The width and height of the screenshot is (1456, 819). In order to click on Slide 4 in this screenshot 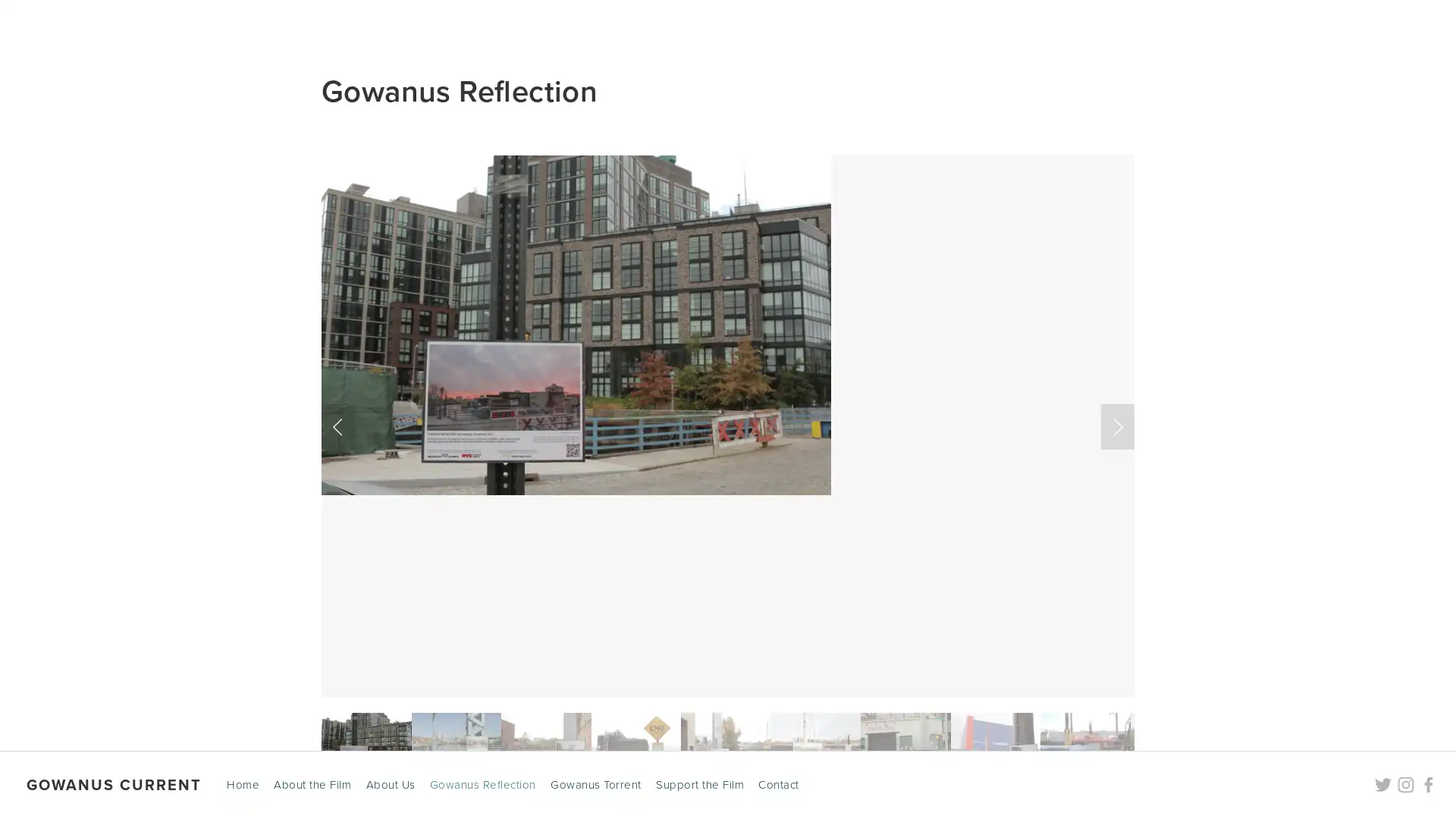, I will do `click(635, 741)`.